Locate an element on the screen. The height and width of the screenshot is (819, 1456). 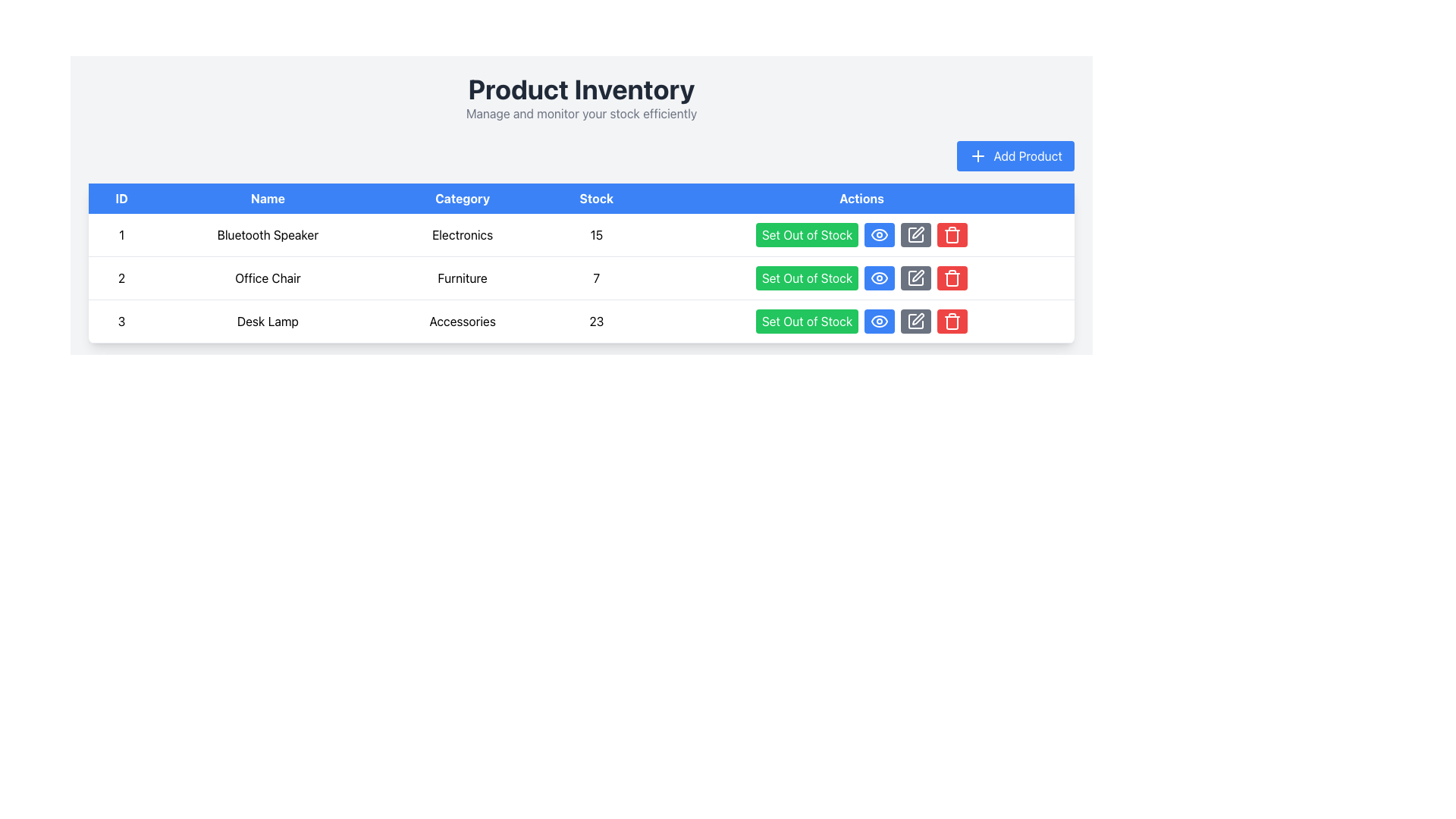
the view icon located within the blue button in the Actions column of the third row, associated with the Desk Lamp item is located at coordinates (880, 321).